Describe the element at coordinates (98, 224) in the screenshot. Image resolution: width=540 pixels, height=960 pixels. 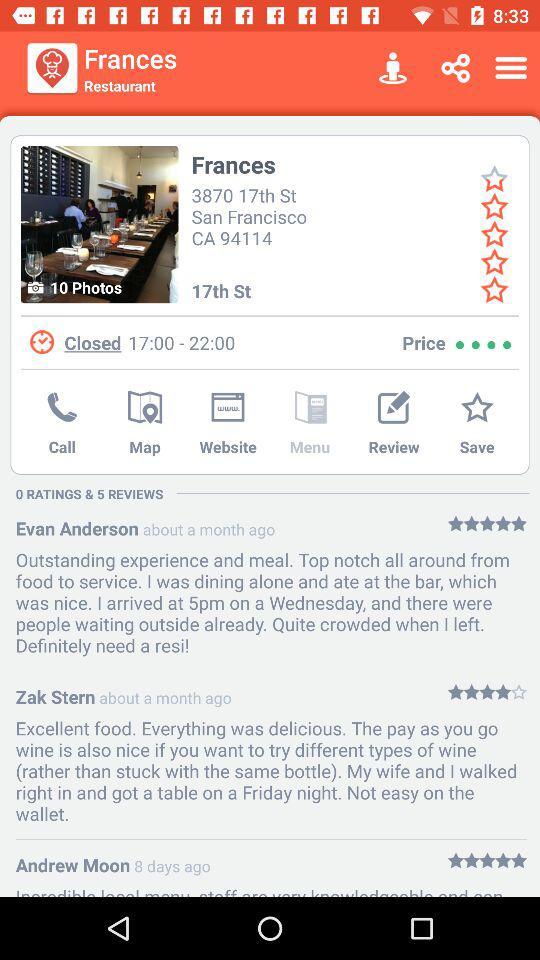
I see `icon to the left of the frances` at that location.